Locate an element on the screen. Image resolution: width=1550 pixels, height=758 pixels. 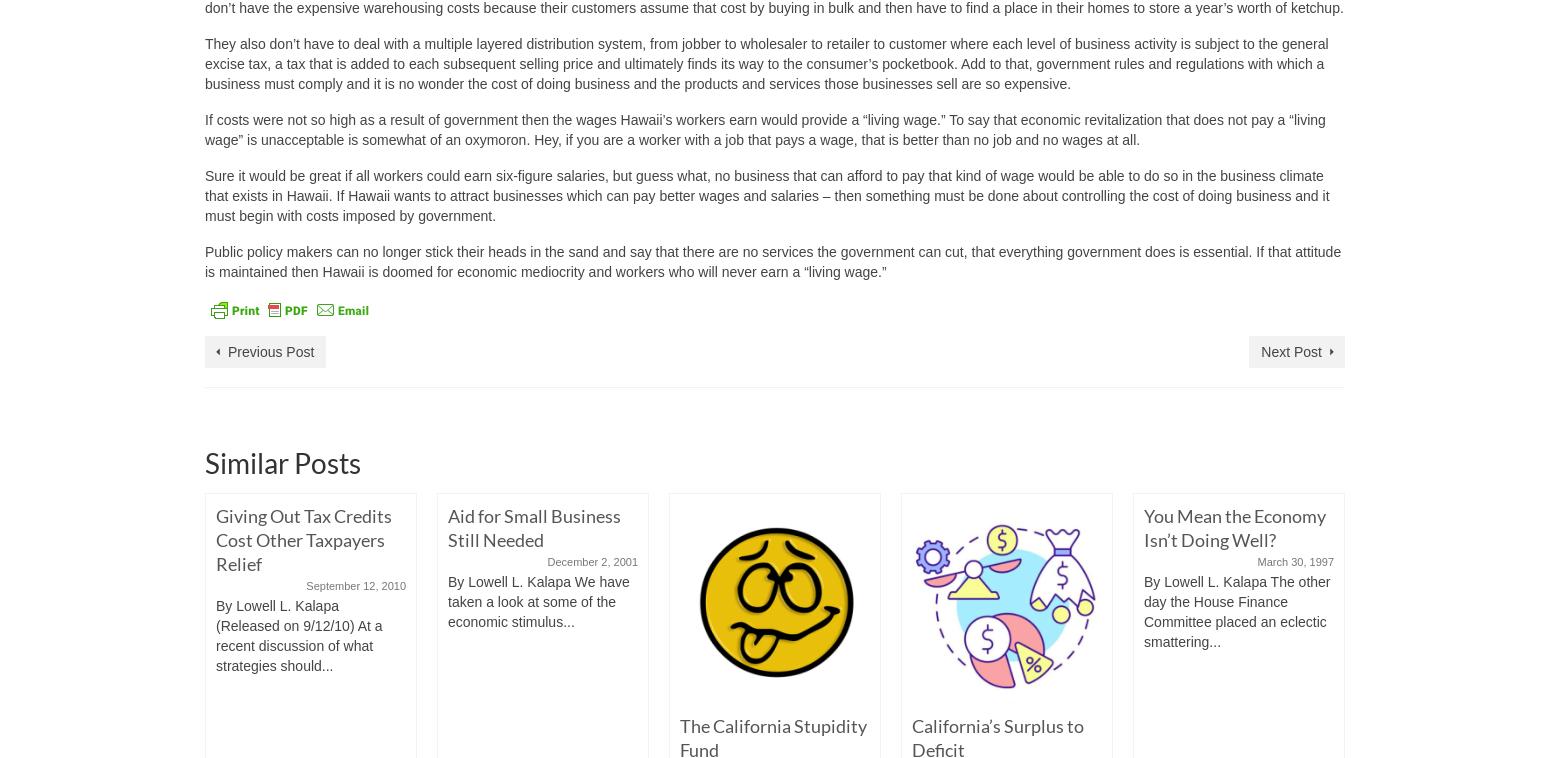
'By Lowell L. Kalapa The other day the House Finance Committee placed an eclectic smattering...' is located at coordinates (1237, 612).